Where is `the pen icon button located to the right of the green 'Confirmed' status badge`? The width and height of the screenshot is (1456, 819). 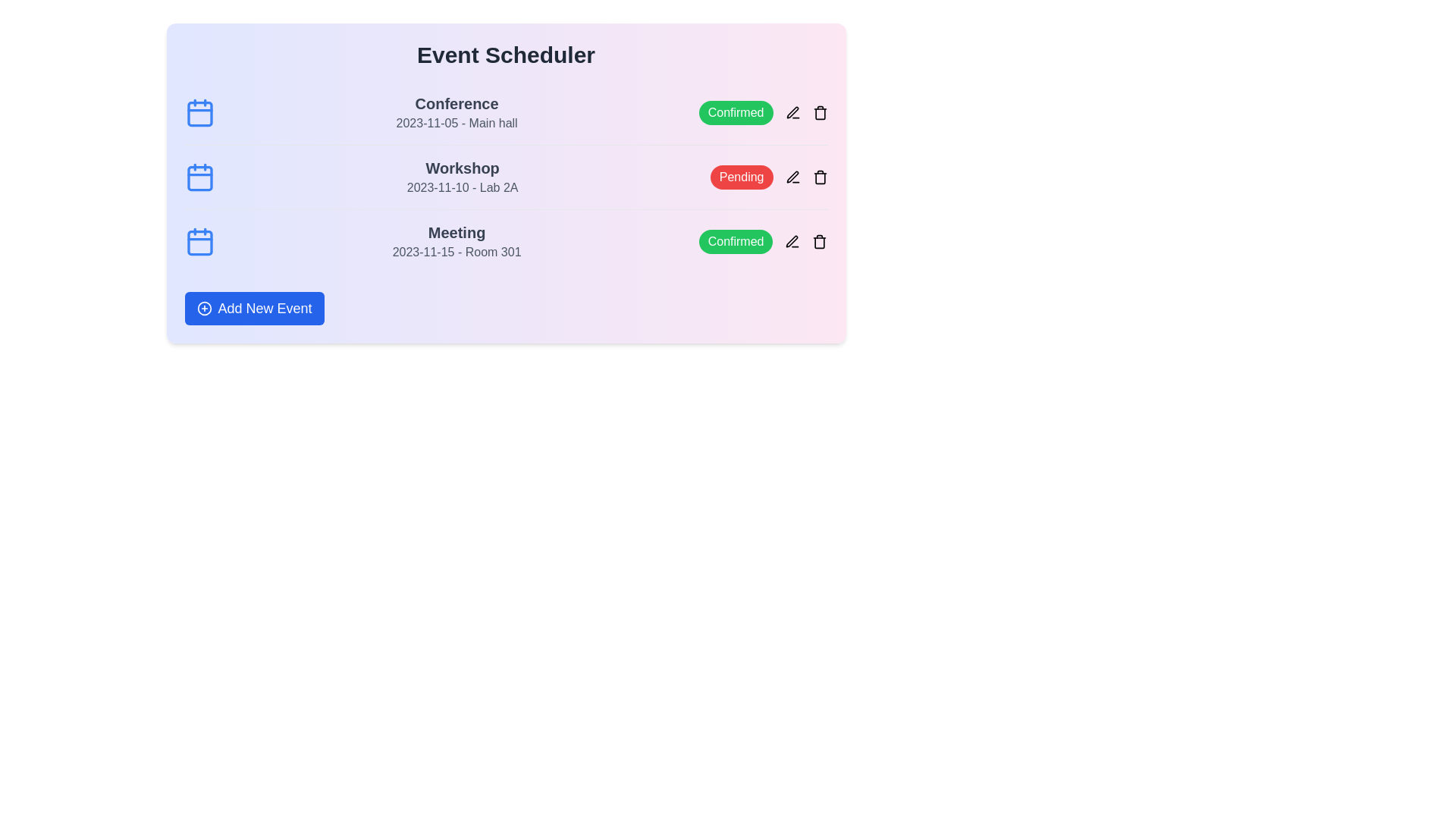
the pen icon button located to the right of the green 'Confirmed' status badge is located at coordinates (792, 112).